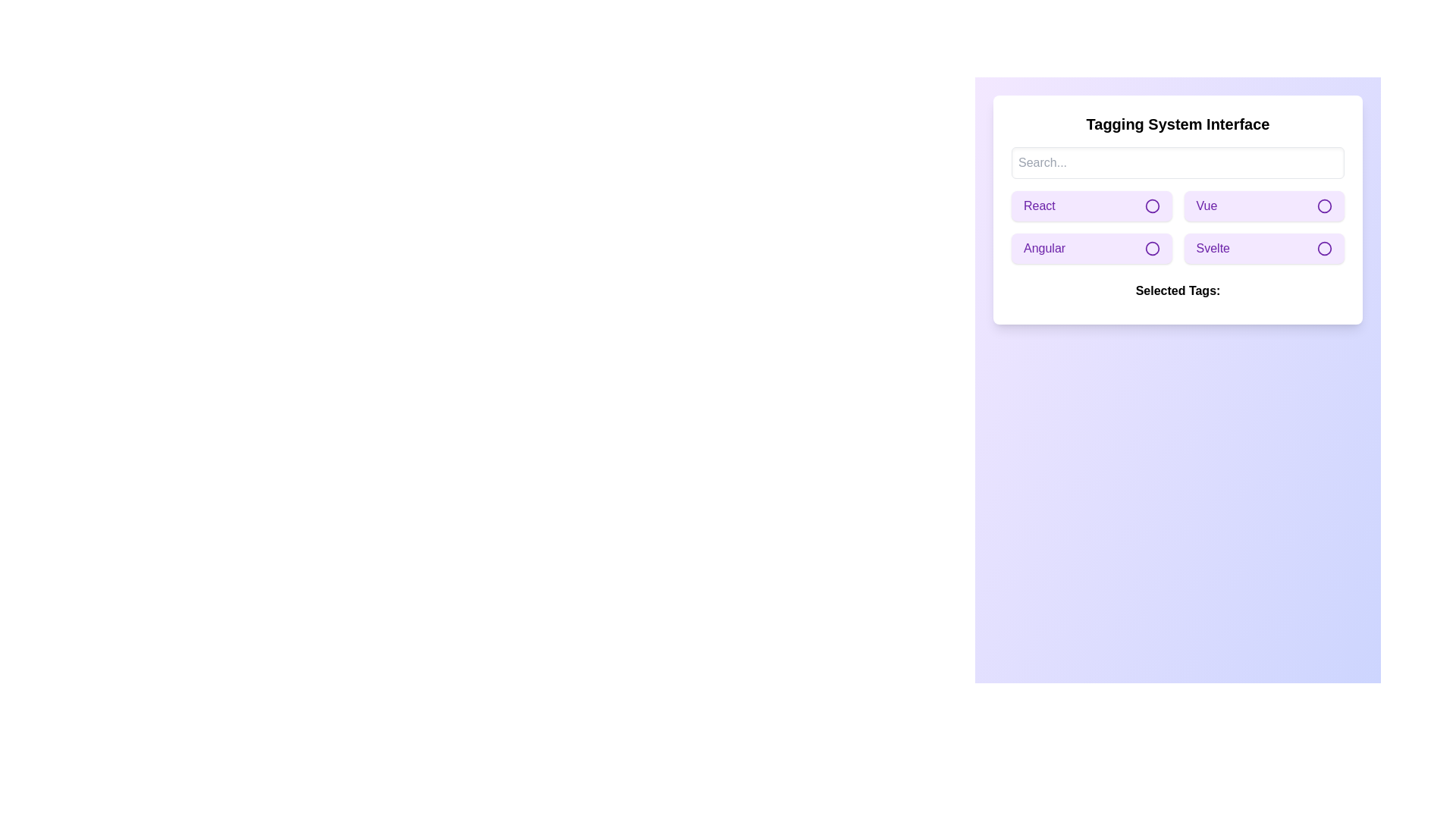 This screenshot has height=819, width=1456. I want to click on the Radio button indicator circle on the left side of the 'React' label, so click(1152, 206).